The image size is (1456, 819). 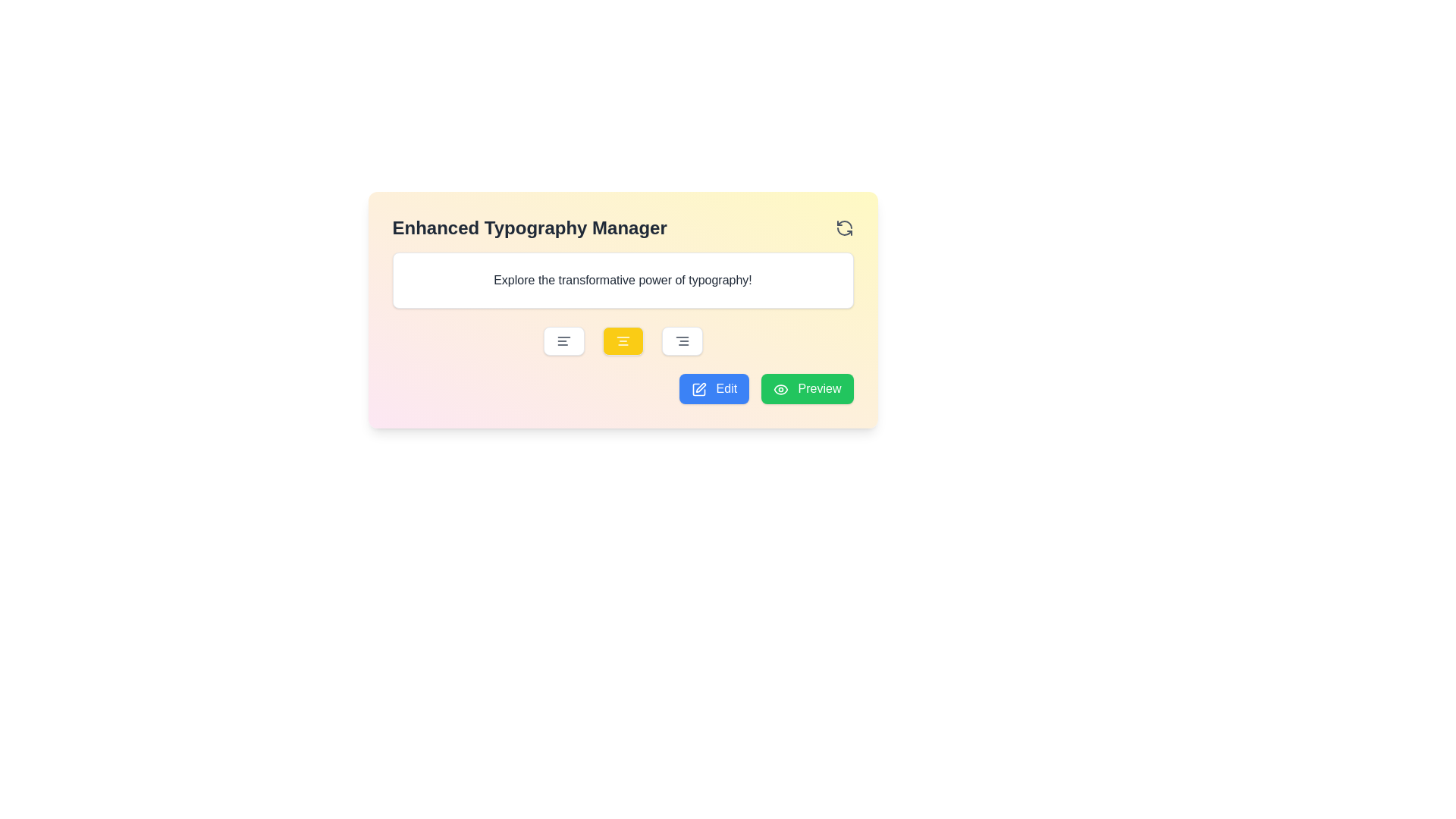 I want to click on the center-align text button, which is a rounded rectangular button with a yellow background and a white text alignment icon, located symmetrically between left and right alignment buttons, so click(x=623, y=327).